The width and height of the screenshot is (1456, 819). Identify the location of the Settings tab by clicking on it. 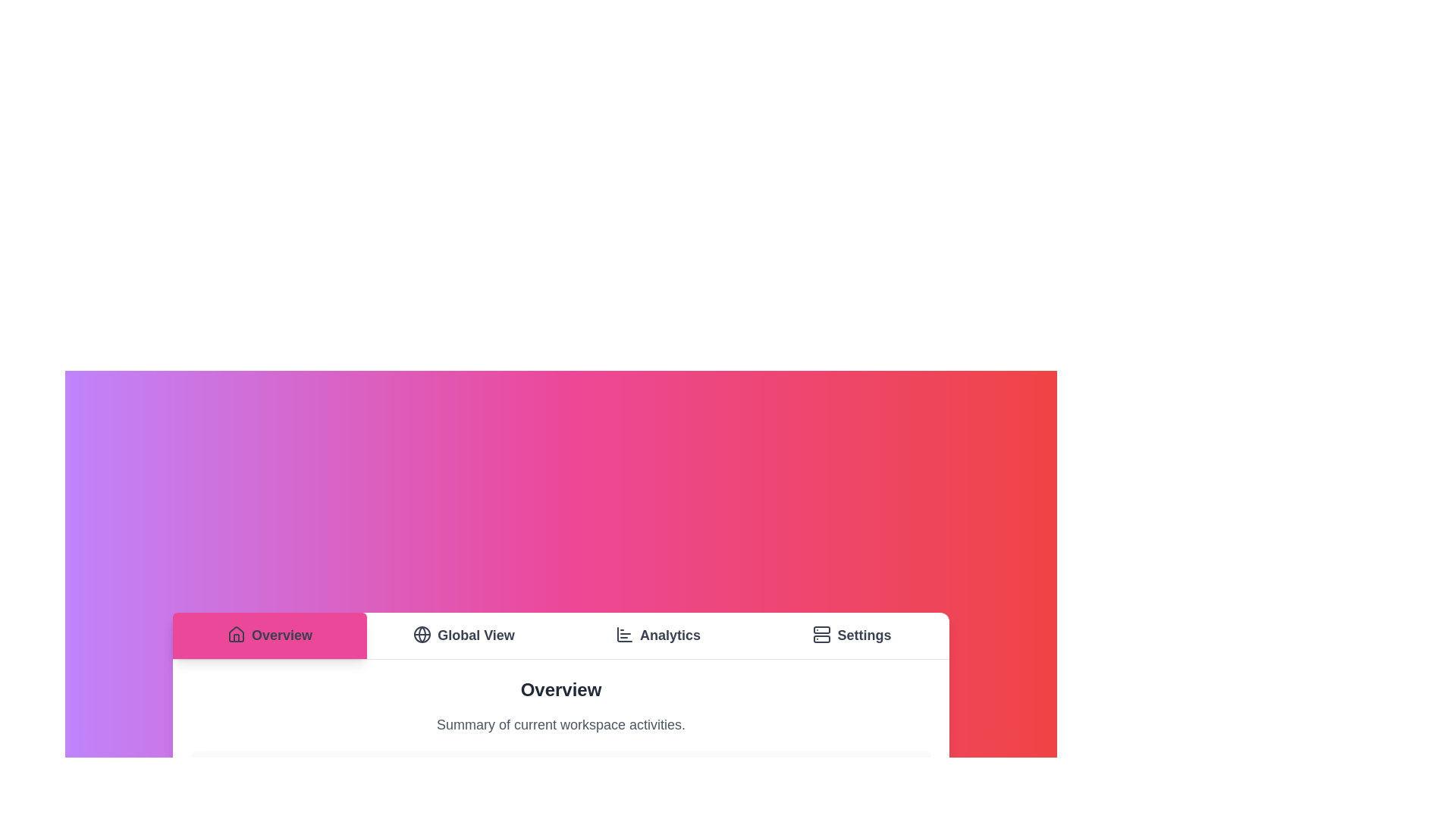
(852, 635).